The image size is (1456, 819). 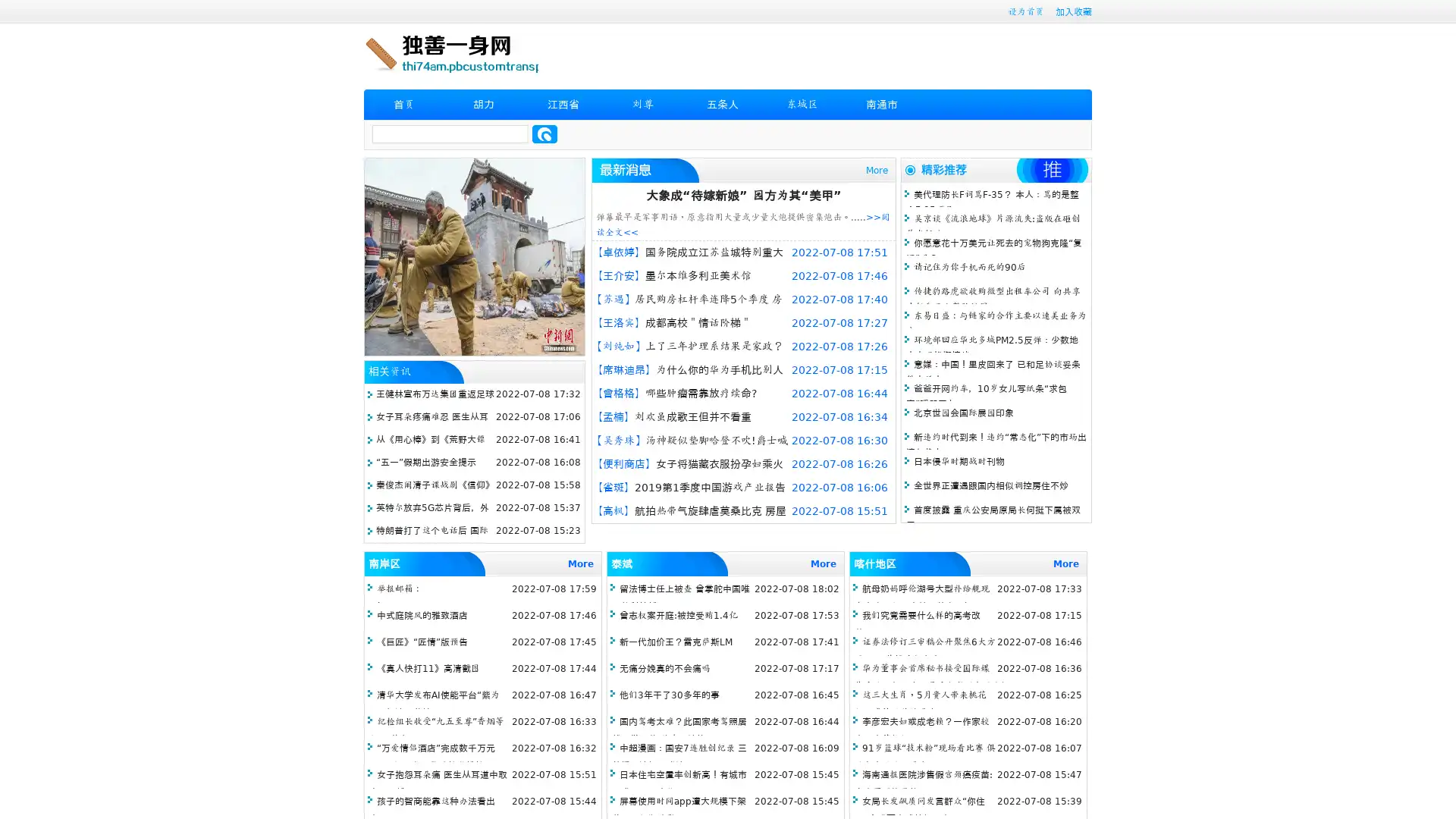 I want to click on Search, so click(x=544, y=133).